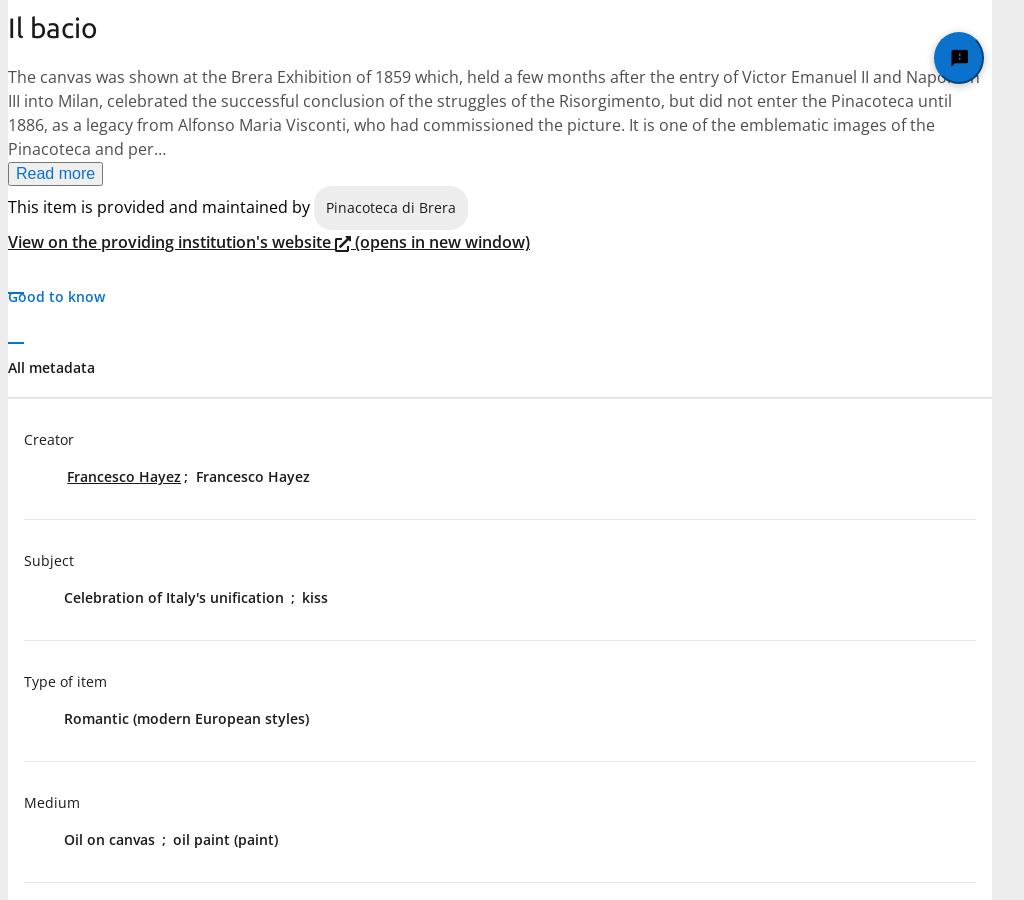 The height and width of the screenshot is (900, 1024). I want to click on 'Celebration of Italy's unification', so click(176, 597).